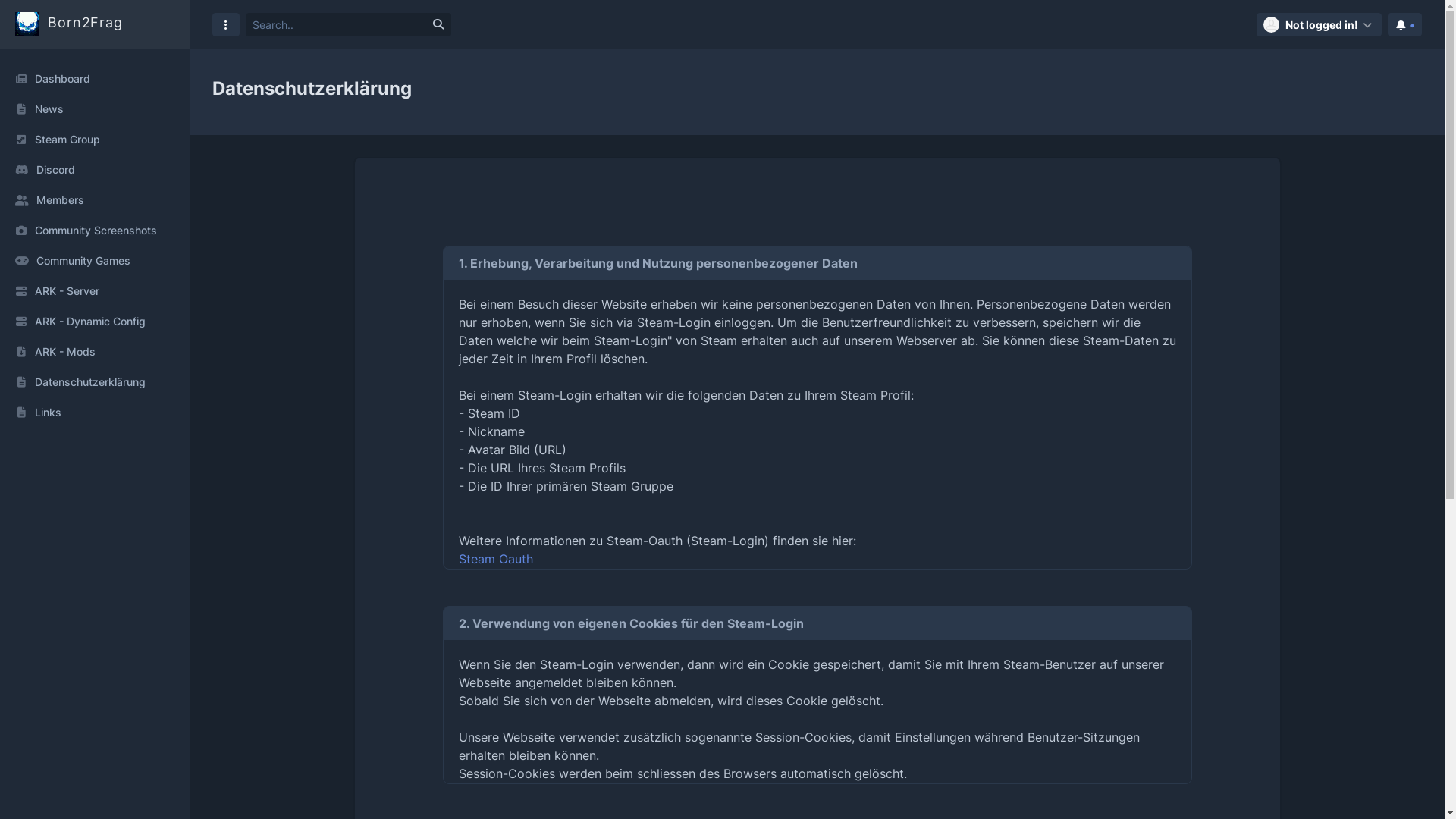 The image size is (1456, 819). I want to click on 'Steam Oauth', so click(494, 558).